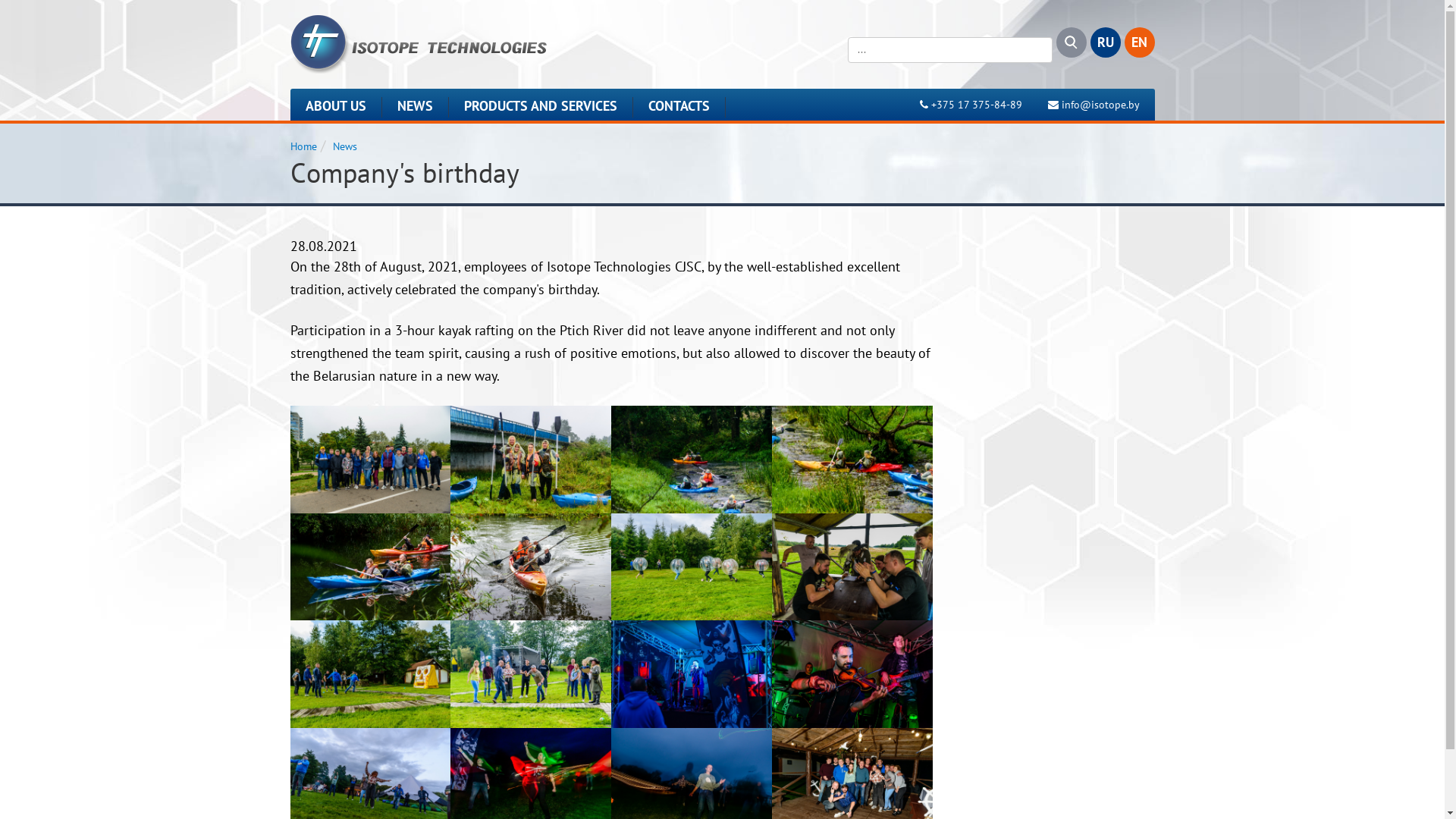 Image resolution: width=1456 pixels, height=819 pixels. I want to click on 'RU', so click(1106, 42).